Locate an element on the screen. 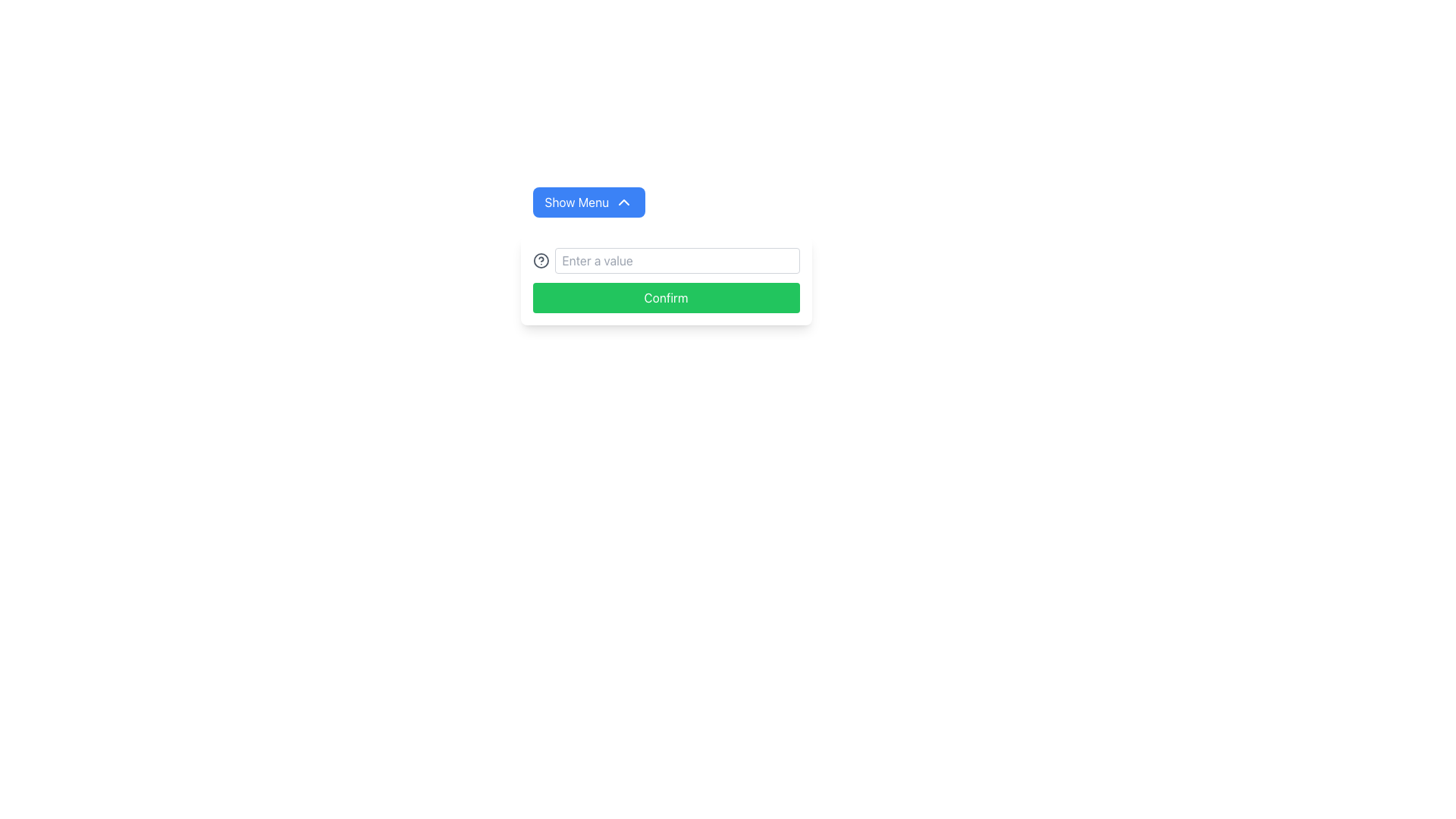  the confirmation button located at the bottom of the vertically arranged elements, directly below the text input field labeled 'Enter a value' to confirm an action is located at coordinates (666, 298).